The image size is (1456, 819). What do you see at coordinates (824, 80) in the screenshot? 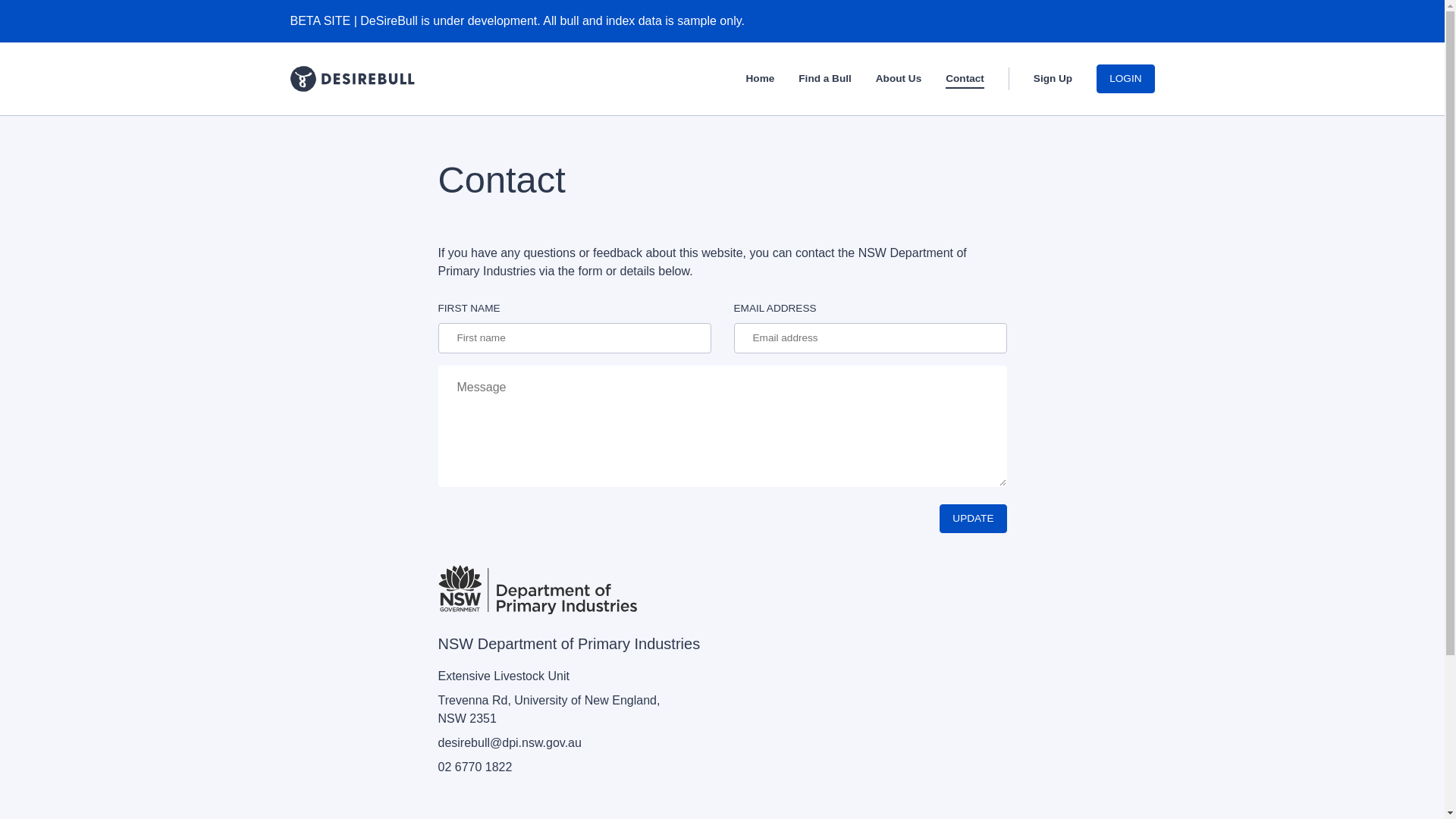
I see `'Find a Bull'` at bounding box center [824, 80].